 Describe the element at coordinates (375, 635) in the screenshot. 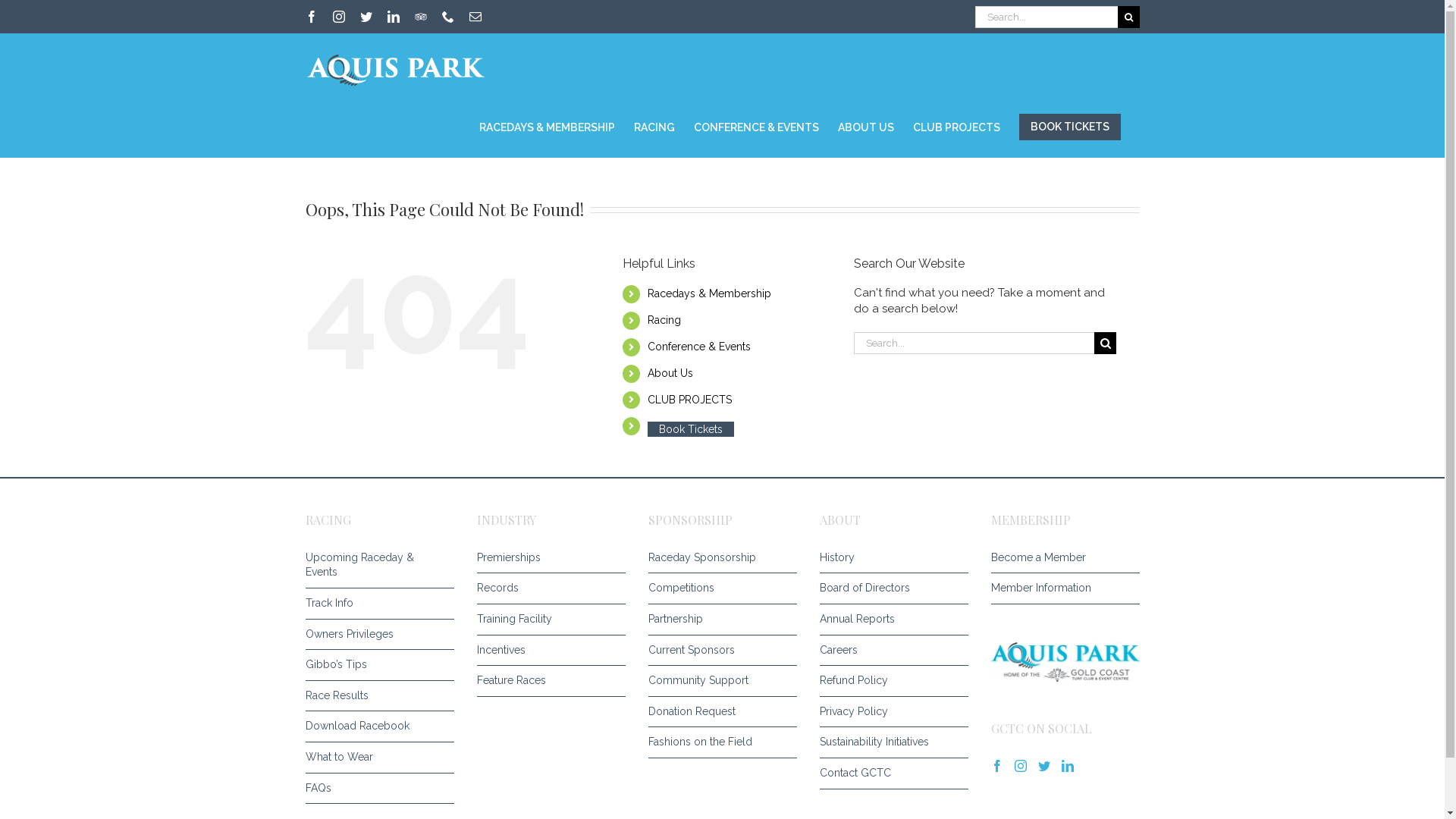

I see `'Owners Privileges'` at that location.